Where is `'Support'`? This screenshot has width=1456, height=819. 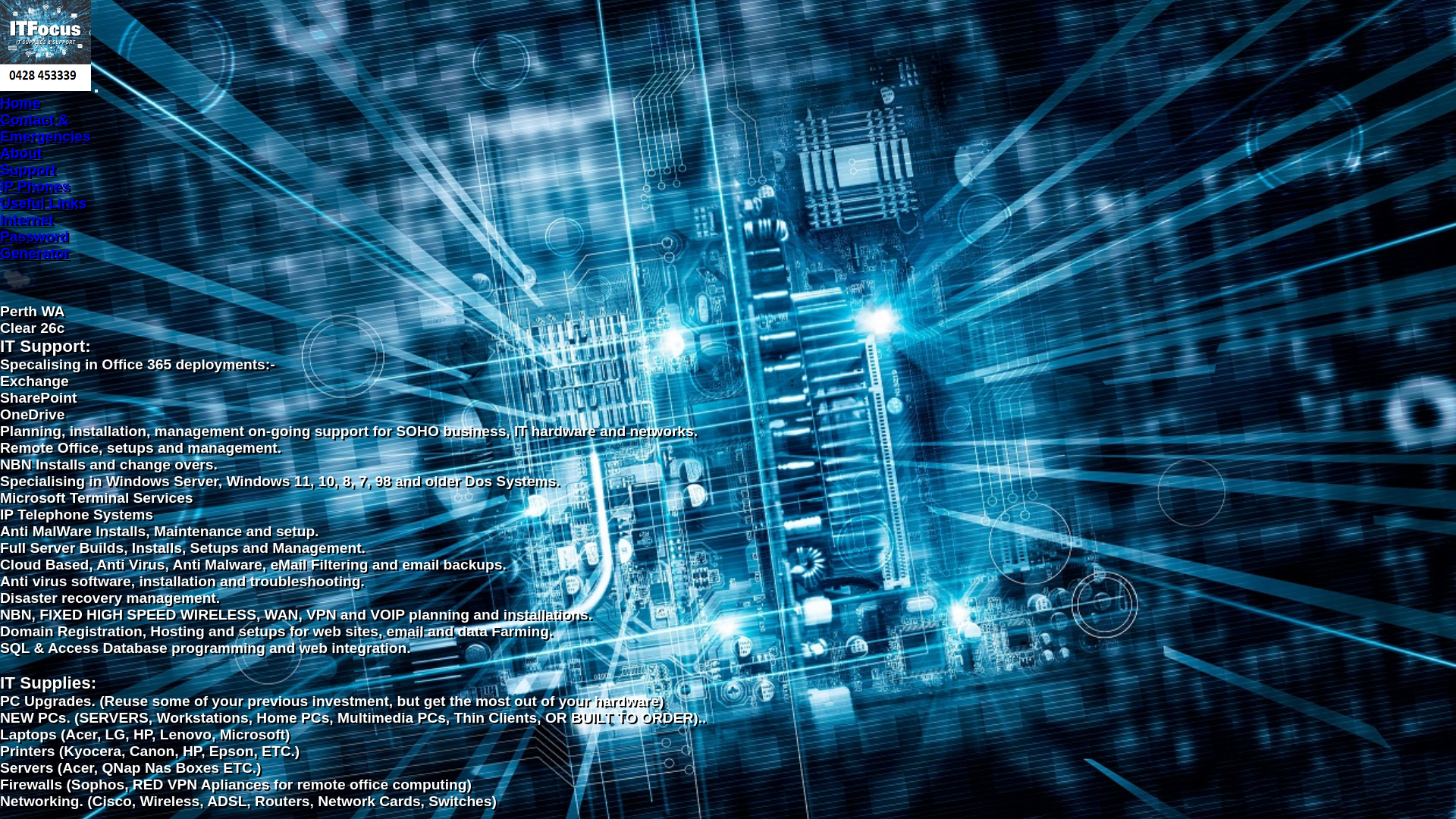
'Support' is located at coordinates (0, 169).